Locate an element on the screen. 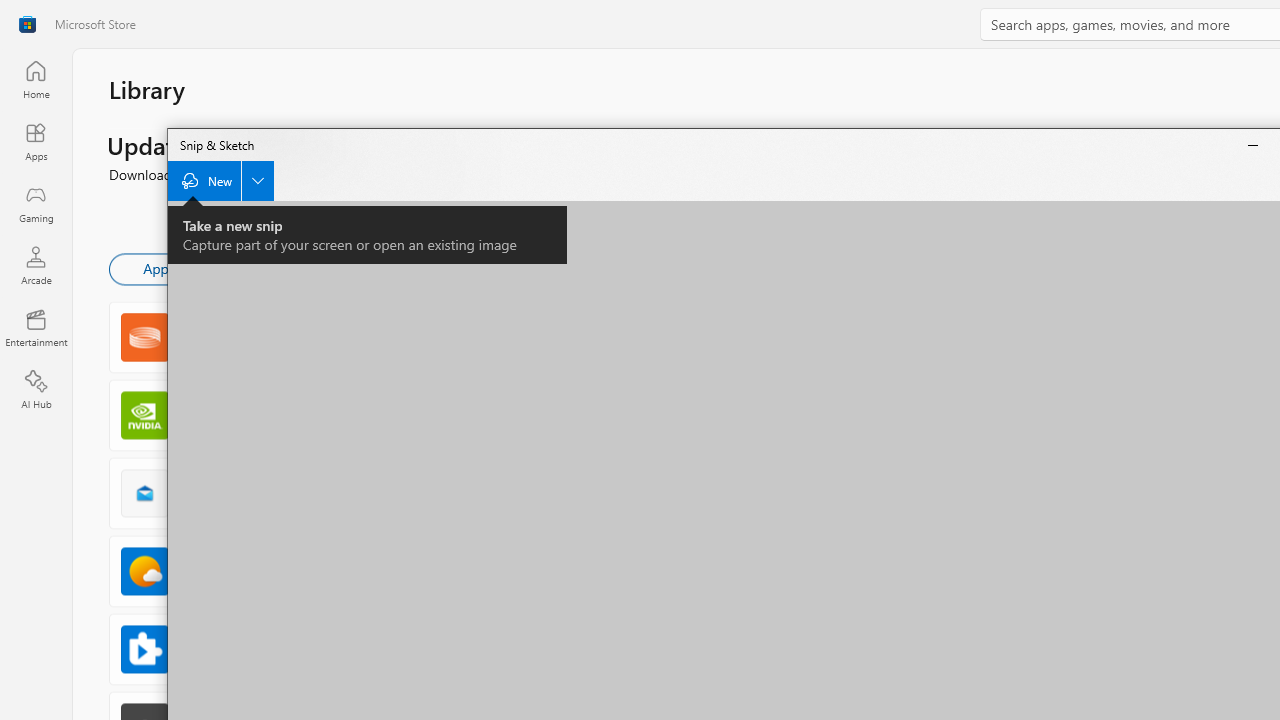 This screenshot has height=720, width=1280. 'Home' is located at coordinates (35, 78).